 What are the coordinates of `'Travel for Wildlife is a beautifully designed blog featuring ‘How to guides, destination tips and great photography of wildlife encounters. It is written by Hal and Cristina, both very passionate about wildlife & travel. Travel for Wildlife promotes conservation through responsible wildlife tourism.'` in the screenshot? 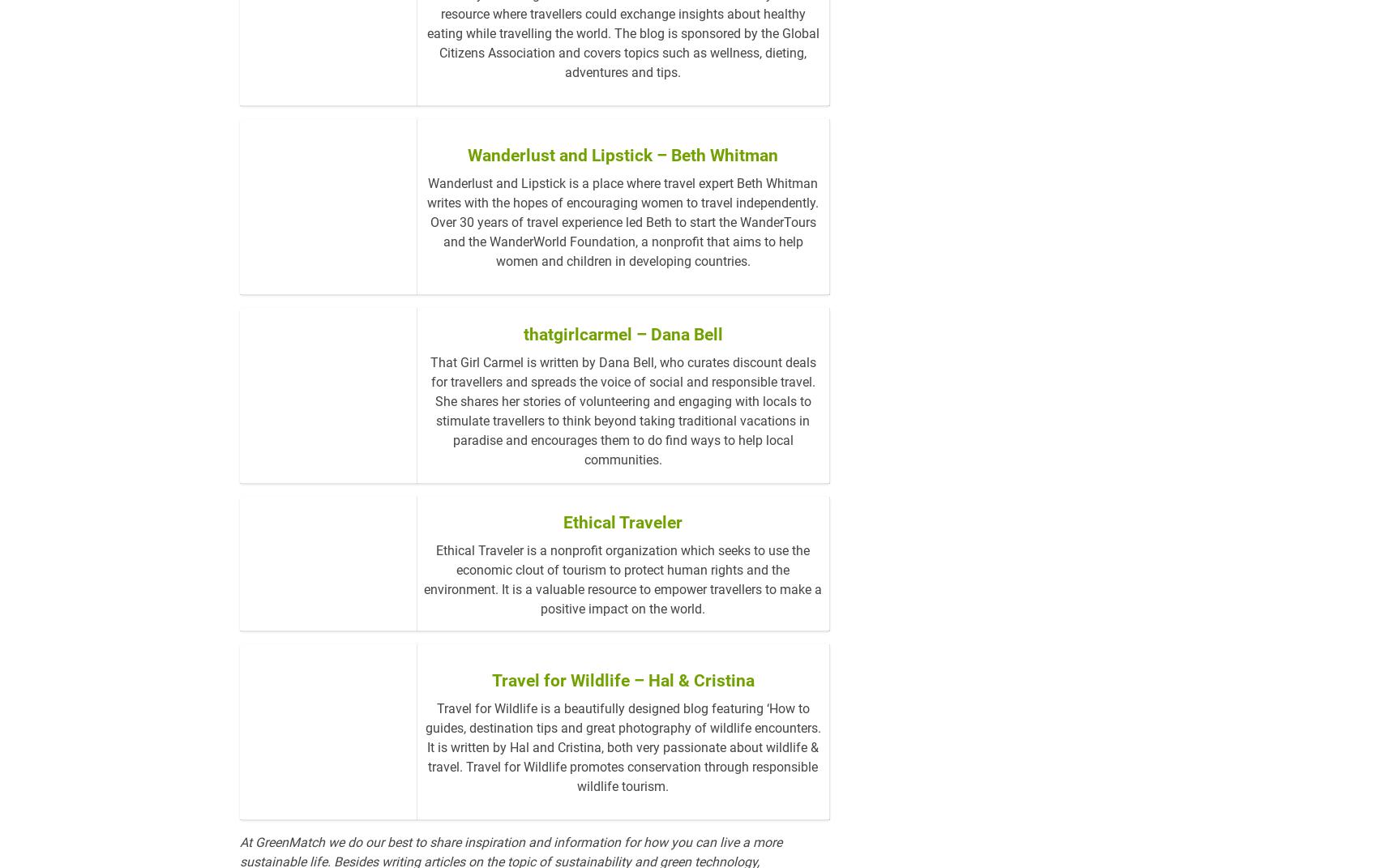 It's located at (622, 812).